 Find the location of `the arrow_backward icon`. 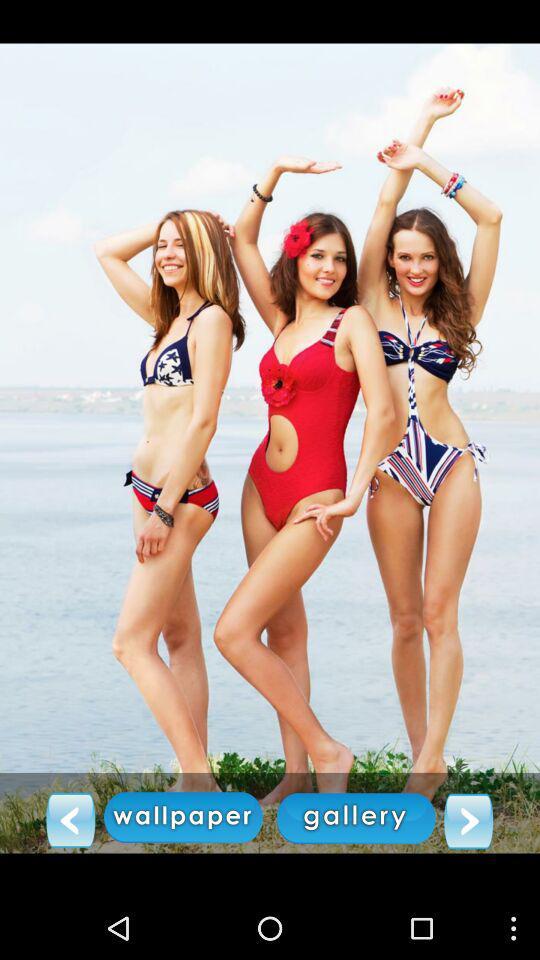

the arrow_backward icon is located at coordinates (69, 877).